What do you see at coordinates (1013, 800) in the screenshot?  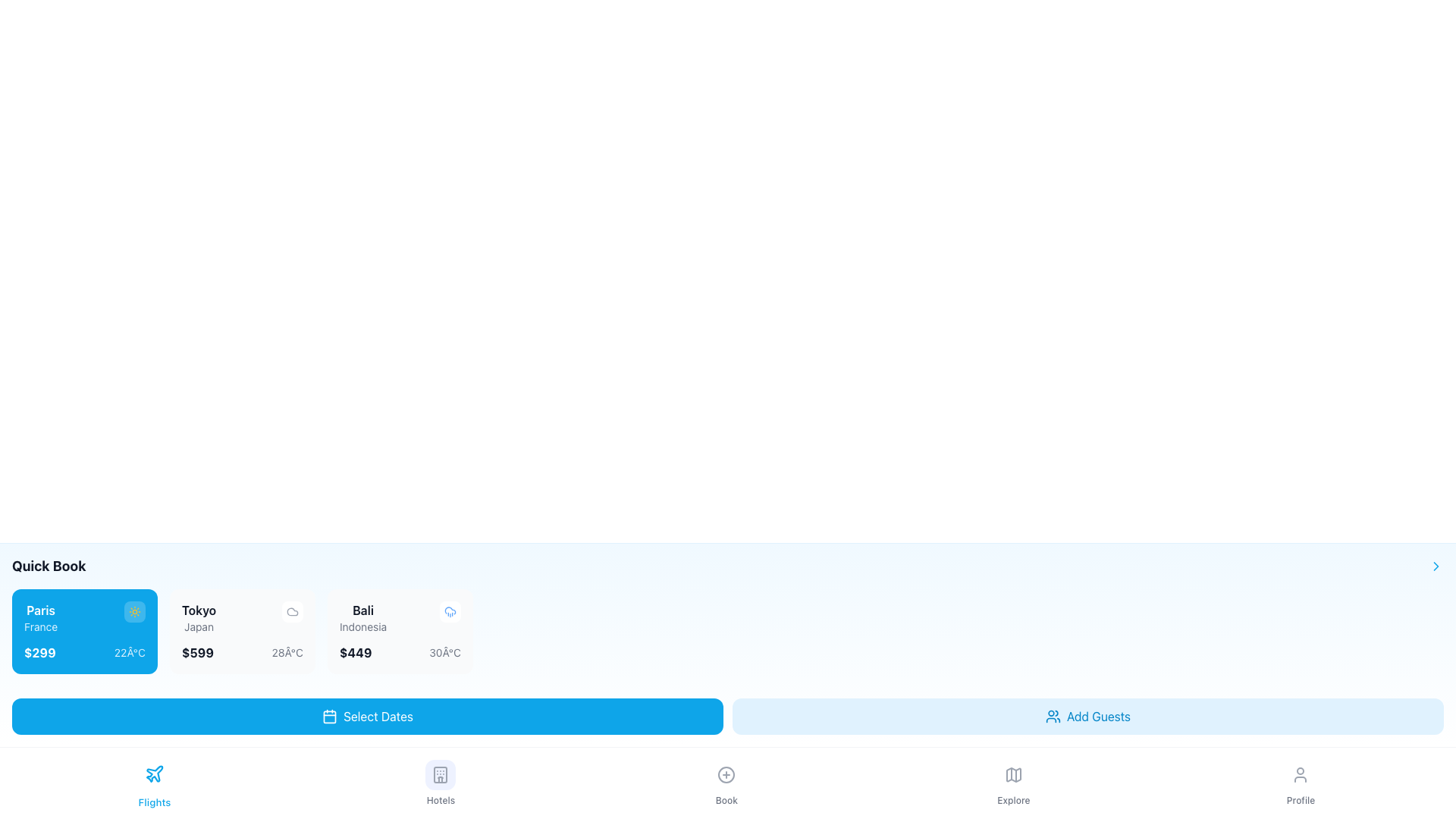 I see `the text label displaying 'Explore' in the bottom navigation menu, which is styled with a small font size and gray color` at bounding box center [1013, 800].